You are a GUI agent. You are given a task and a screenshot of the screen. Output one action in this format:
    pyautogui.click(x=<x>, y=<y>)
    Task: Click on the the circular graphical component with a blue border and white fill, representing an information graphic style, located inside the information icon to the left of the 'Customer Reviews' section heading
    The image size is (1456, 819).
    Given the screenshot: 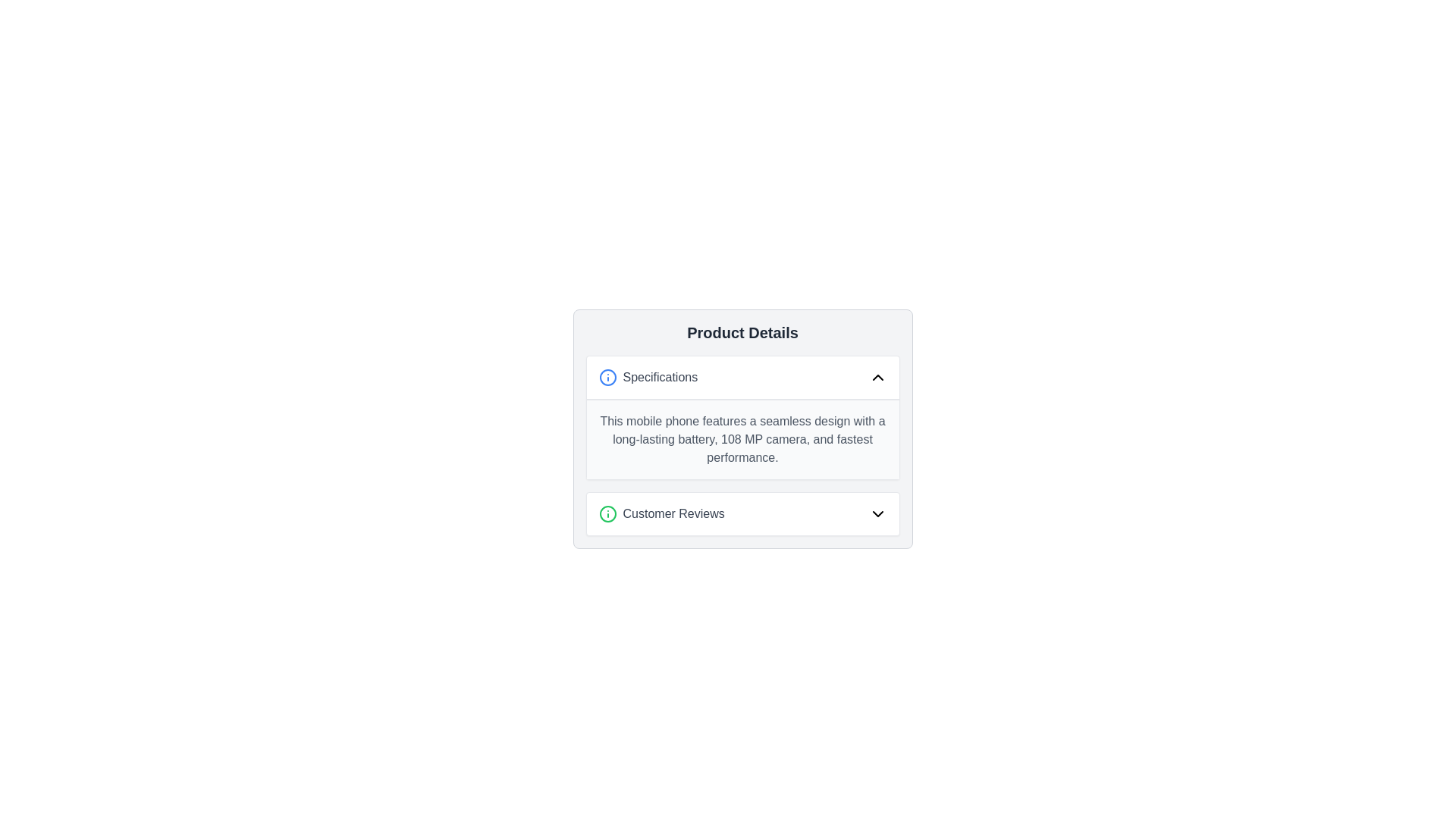 What is the action you would take?
    pyautogui.click(x=607, y=376)
    